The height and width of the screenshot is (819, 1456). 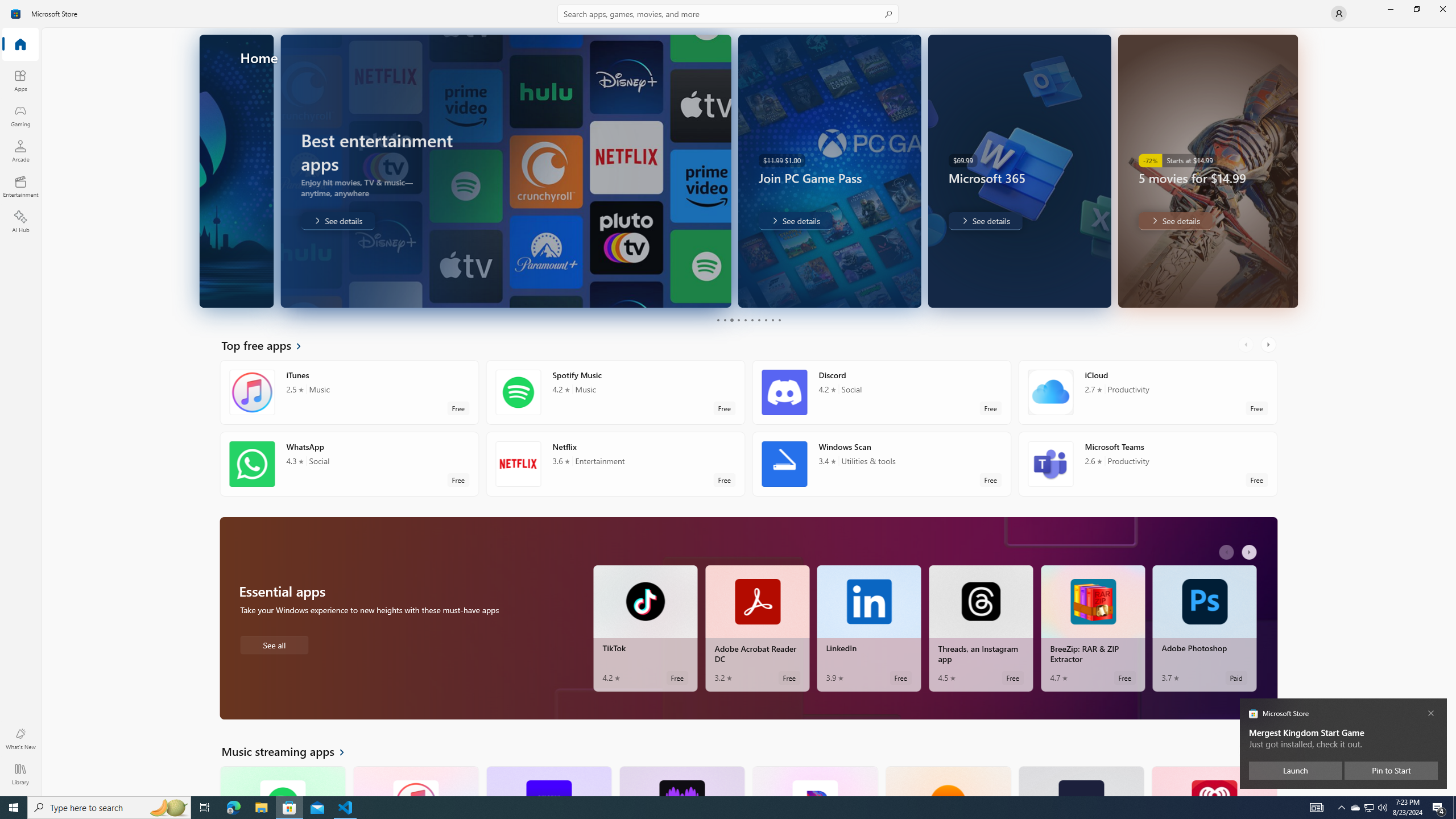 I want to click on 'WhatsApp. Average rating of 4.3 out of five stars. Free  ', so click(x=349, y=464).